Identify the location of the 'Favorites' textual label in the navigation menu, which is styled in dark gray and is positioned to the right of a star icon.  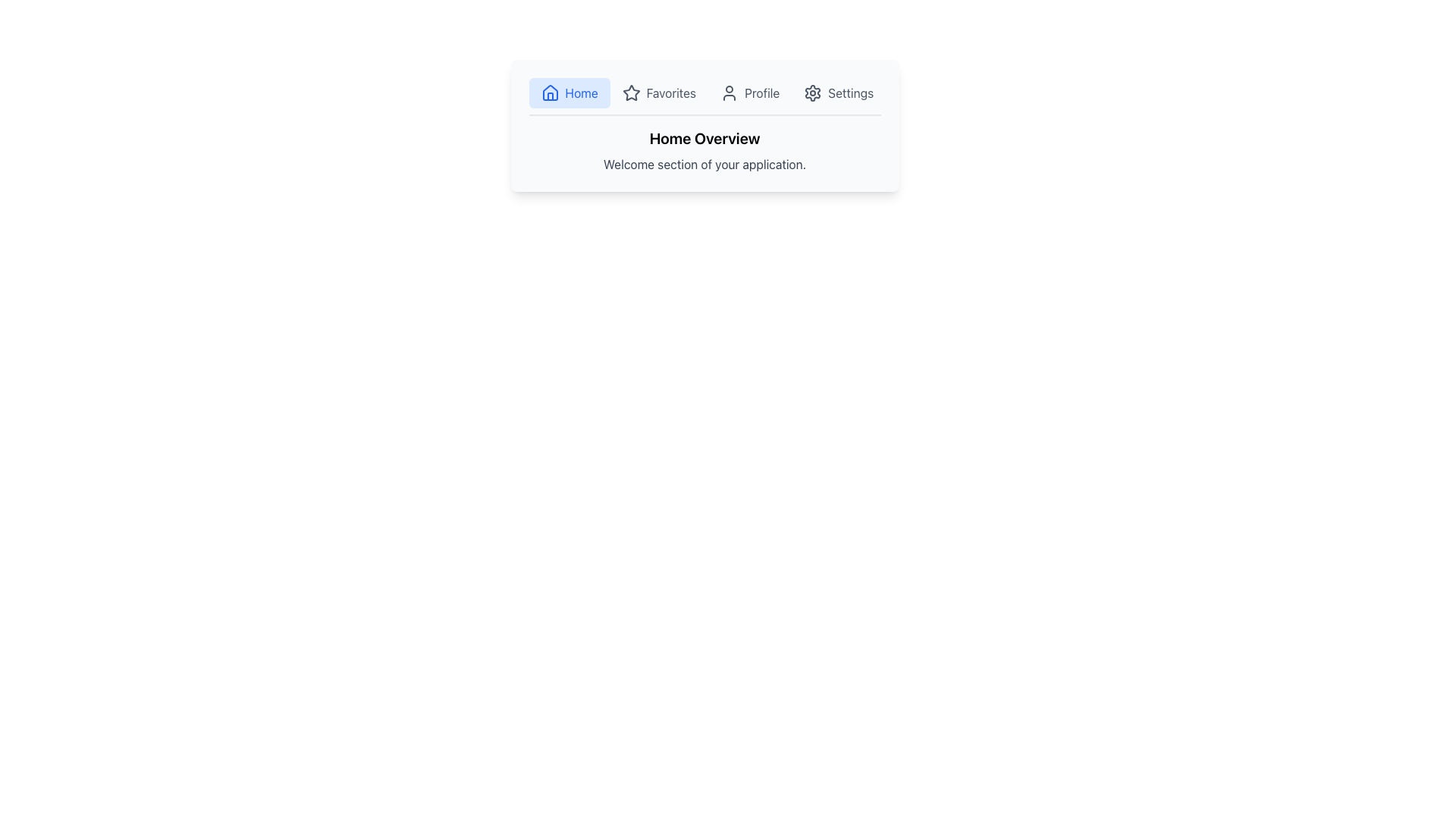
(670, 93).